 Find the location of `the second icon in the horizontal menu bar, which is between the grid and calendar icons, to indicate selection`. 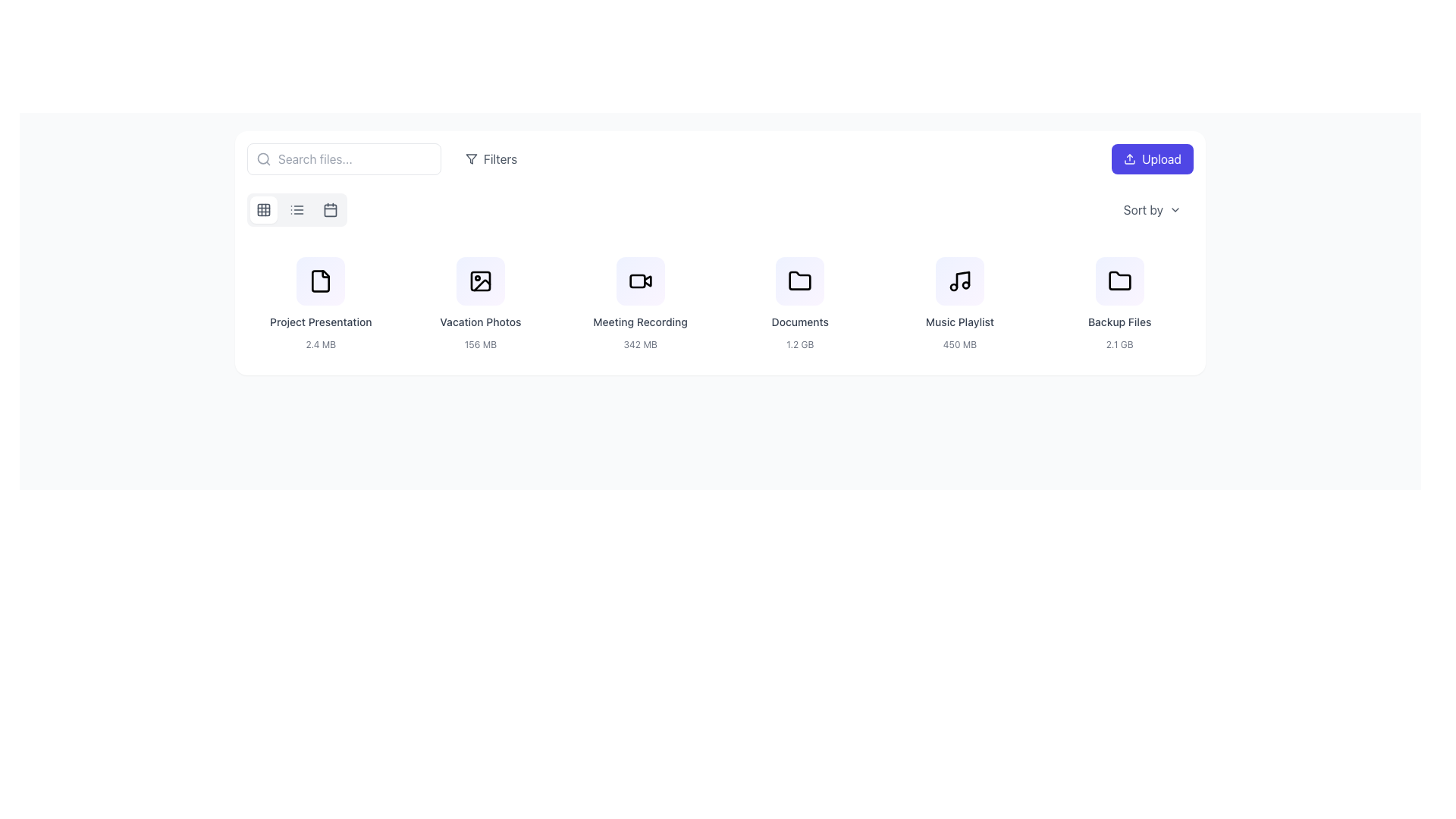

the second icon in the horizontal menu bar, which is between the grid and calendar icons, to indicate selection is located at coordinates (297, 210).